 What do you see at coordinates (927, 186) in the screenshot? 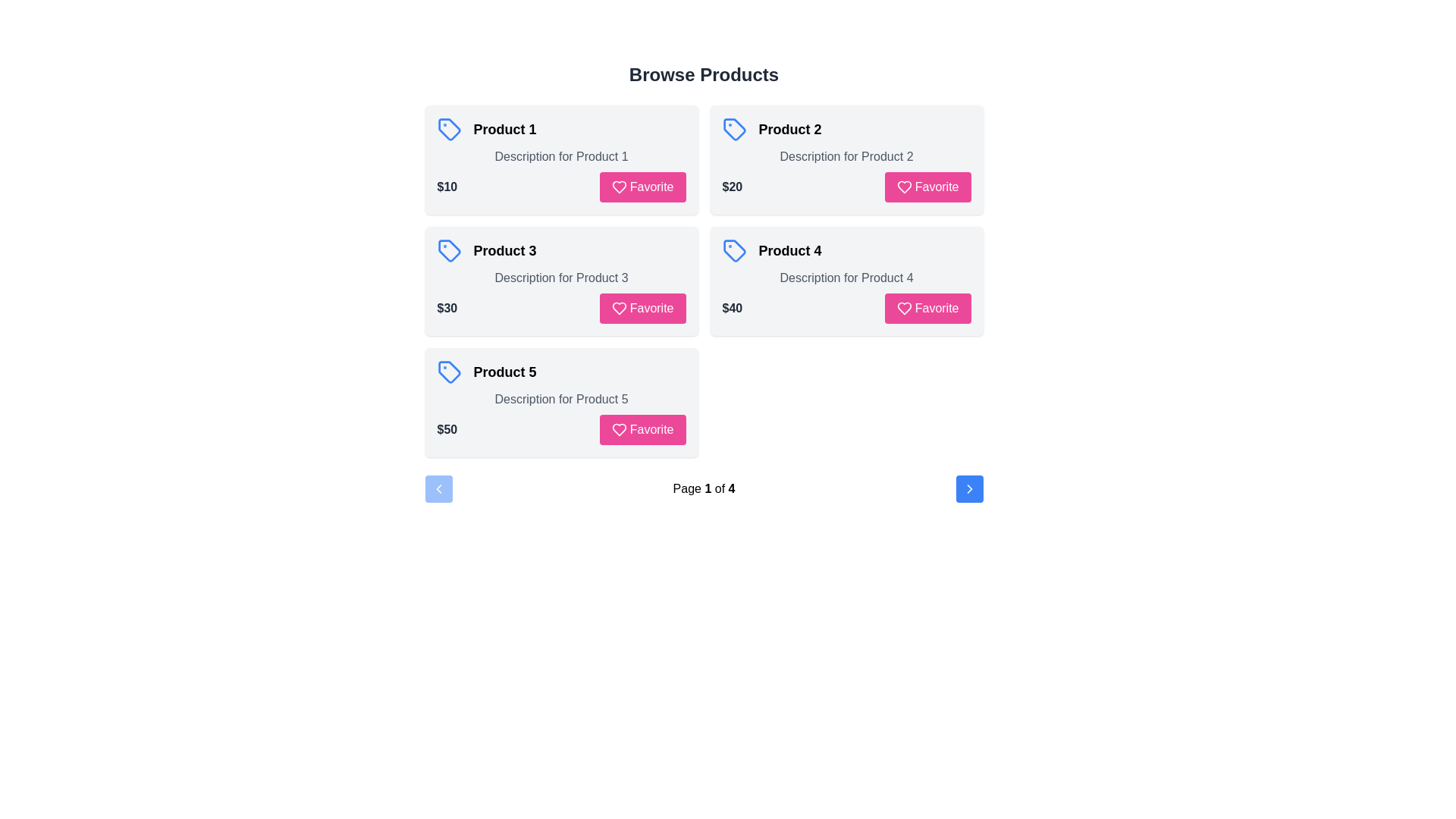
I see `the pink 'Favorite' button with a white heart icon located at the bottom right corner of the 'Product 2' card` at bounding box center [927, 186].